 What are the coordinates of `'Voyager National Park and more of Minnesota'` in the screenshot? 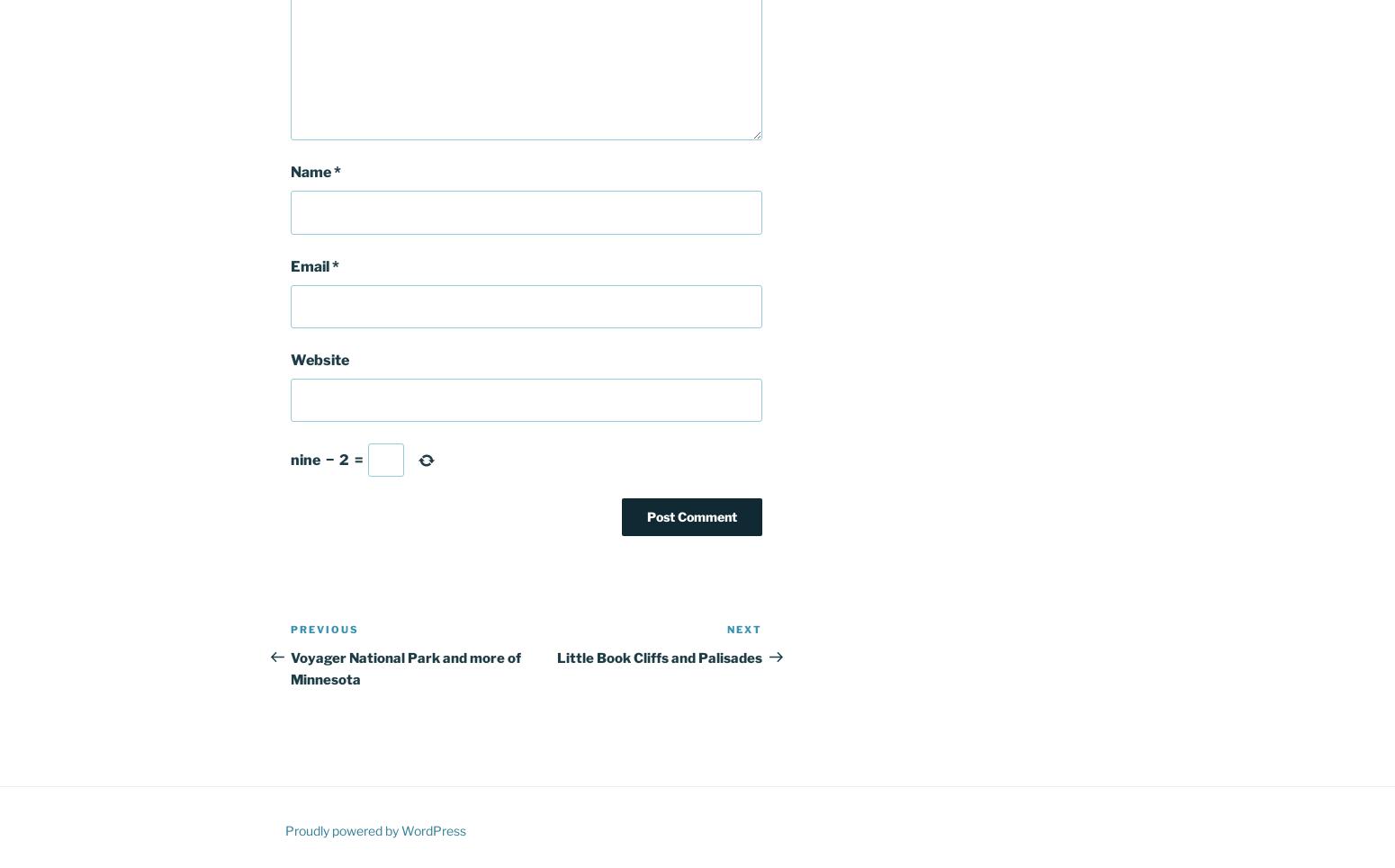 It's located at (290, 667).